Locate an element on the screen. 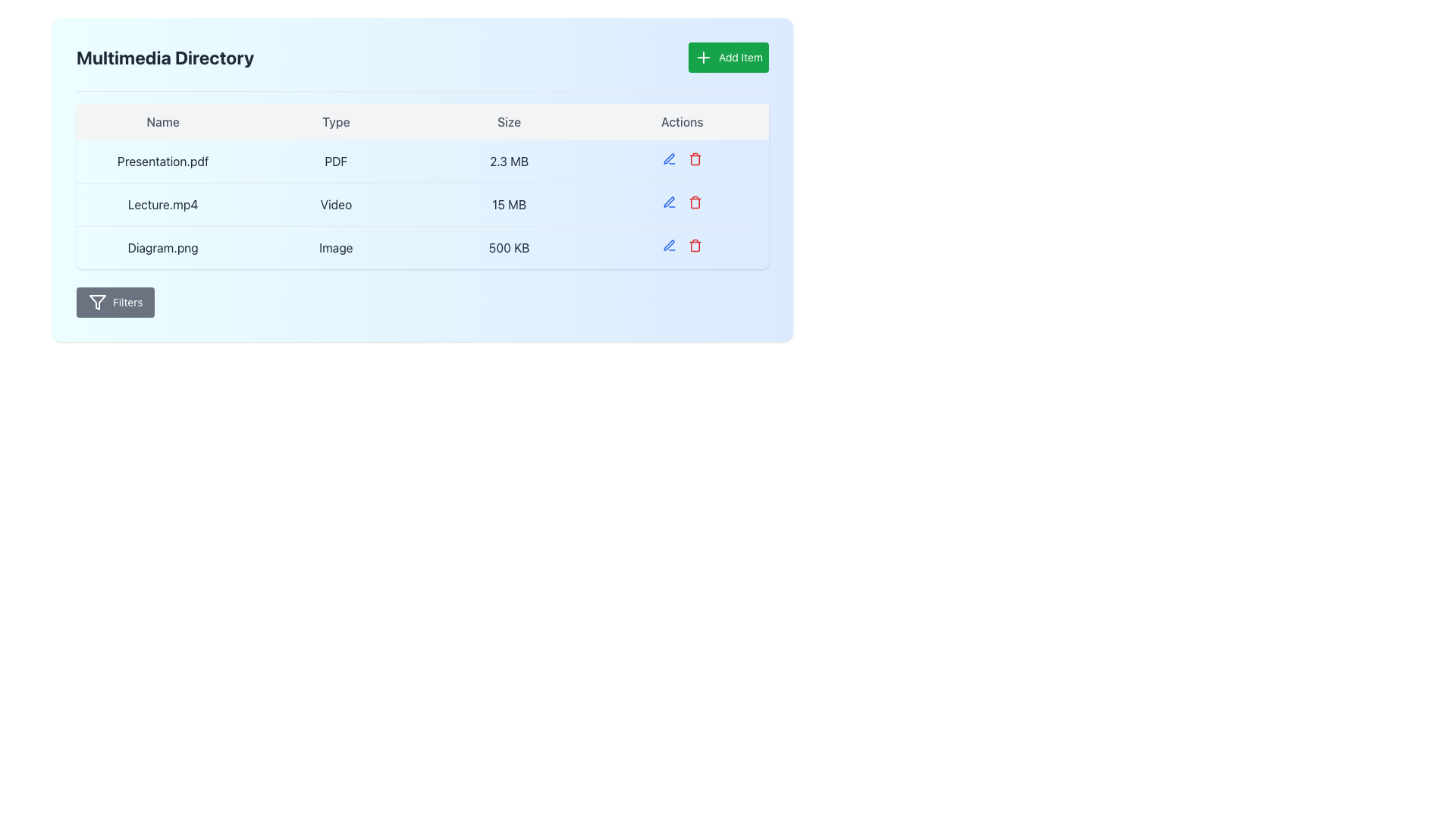  the 'Add Item' button with a green background and white text is located at coordinates (729, 57).